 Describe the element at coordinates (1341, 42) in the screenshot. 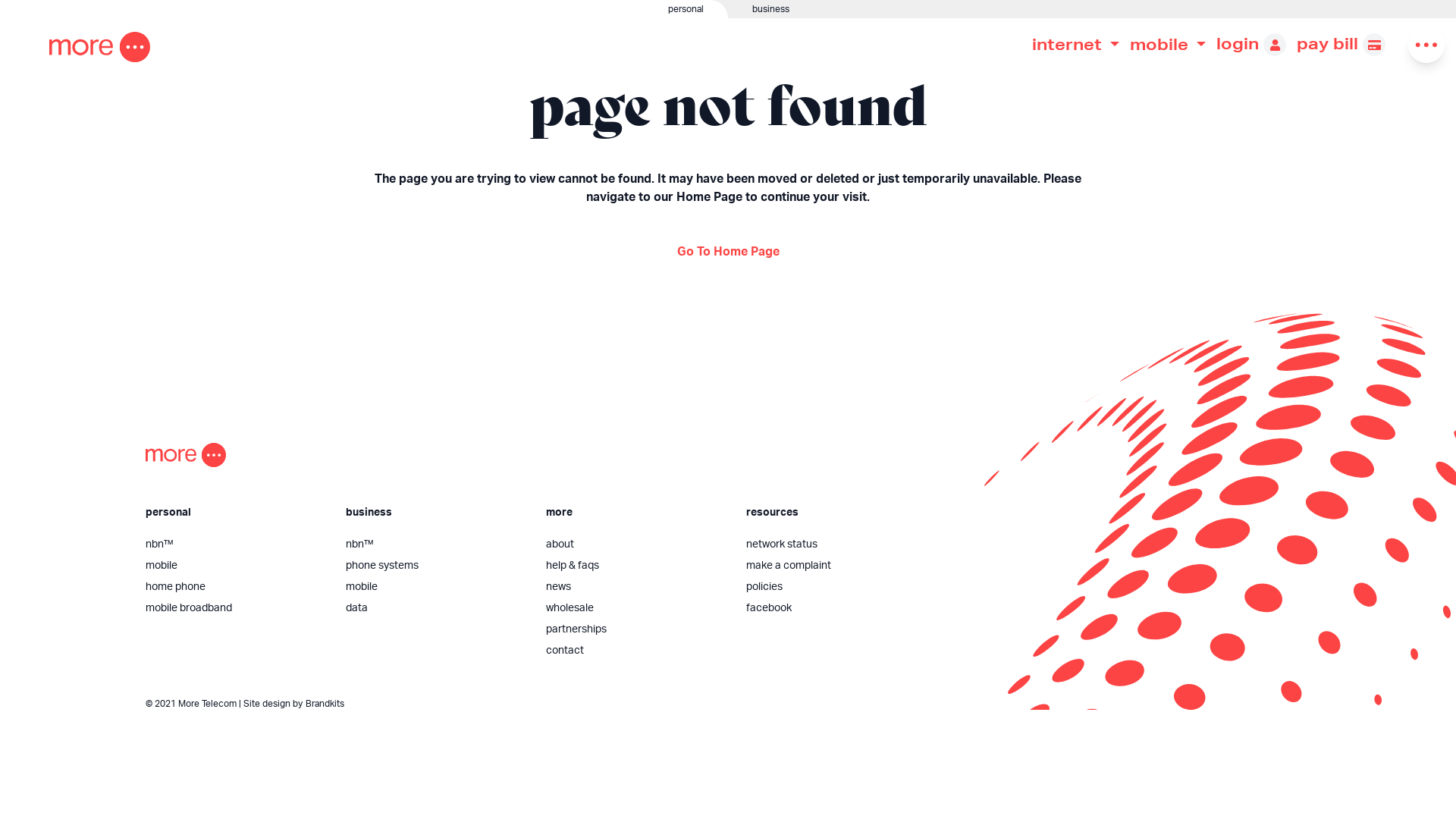

I see `'pay bill'` at that location.